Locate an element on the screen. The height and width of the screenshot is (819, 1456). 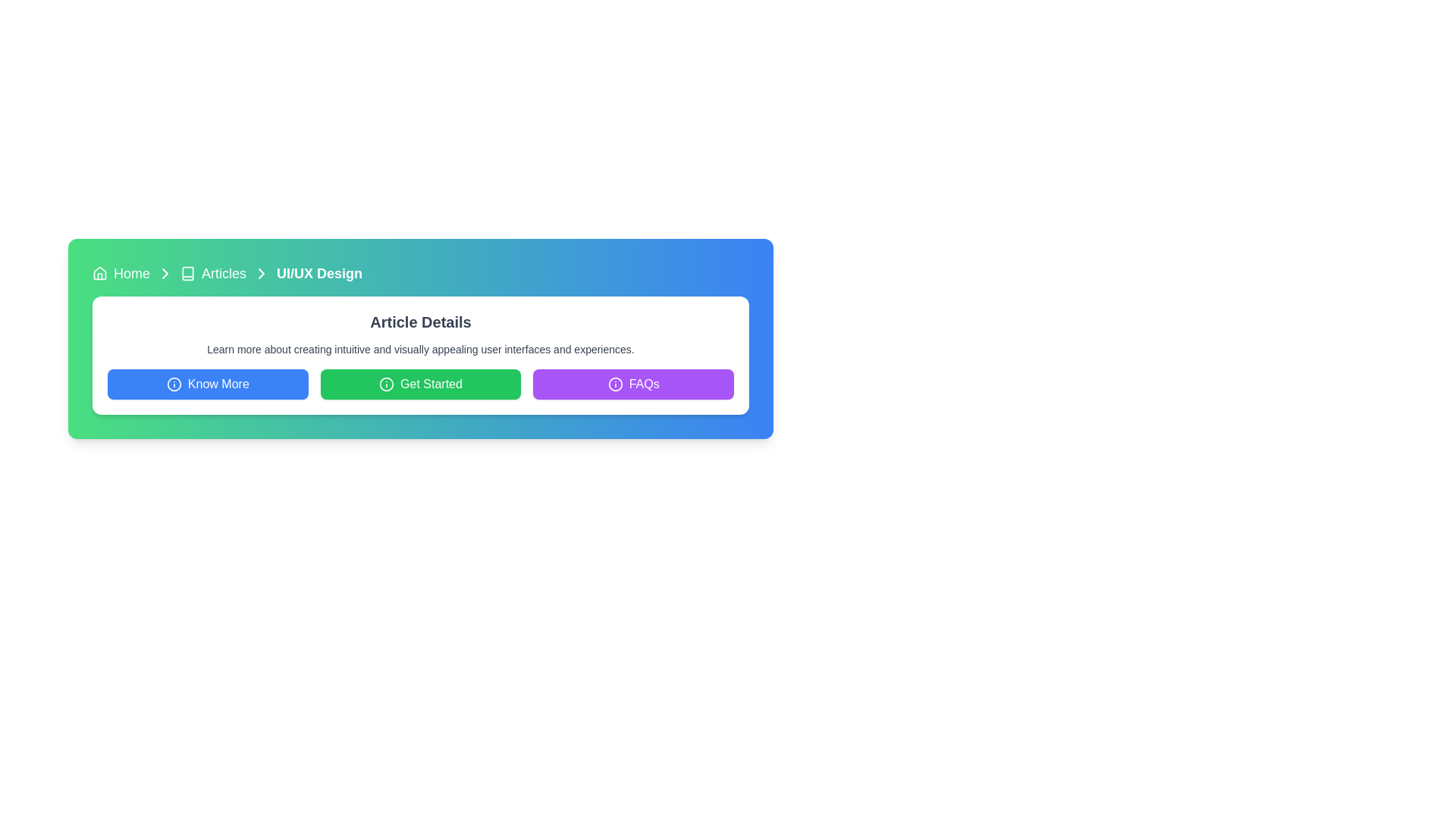
the decorative circle located at the top-left corner of the icon inside the green 'Get Started' button is located at coordinates (387, 383).